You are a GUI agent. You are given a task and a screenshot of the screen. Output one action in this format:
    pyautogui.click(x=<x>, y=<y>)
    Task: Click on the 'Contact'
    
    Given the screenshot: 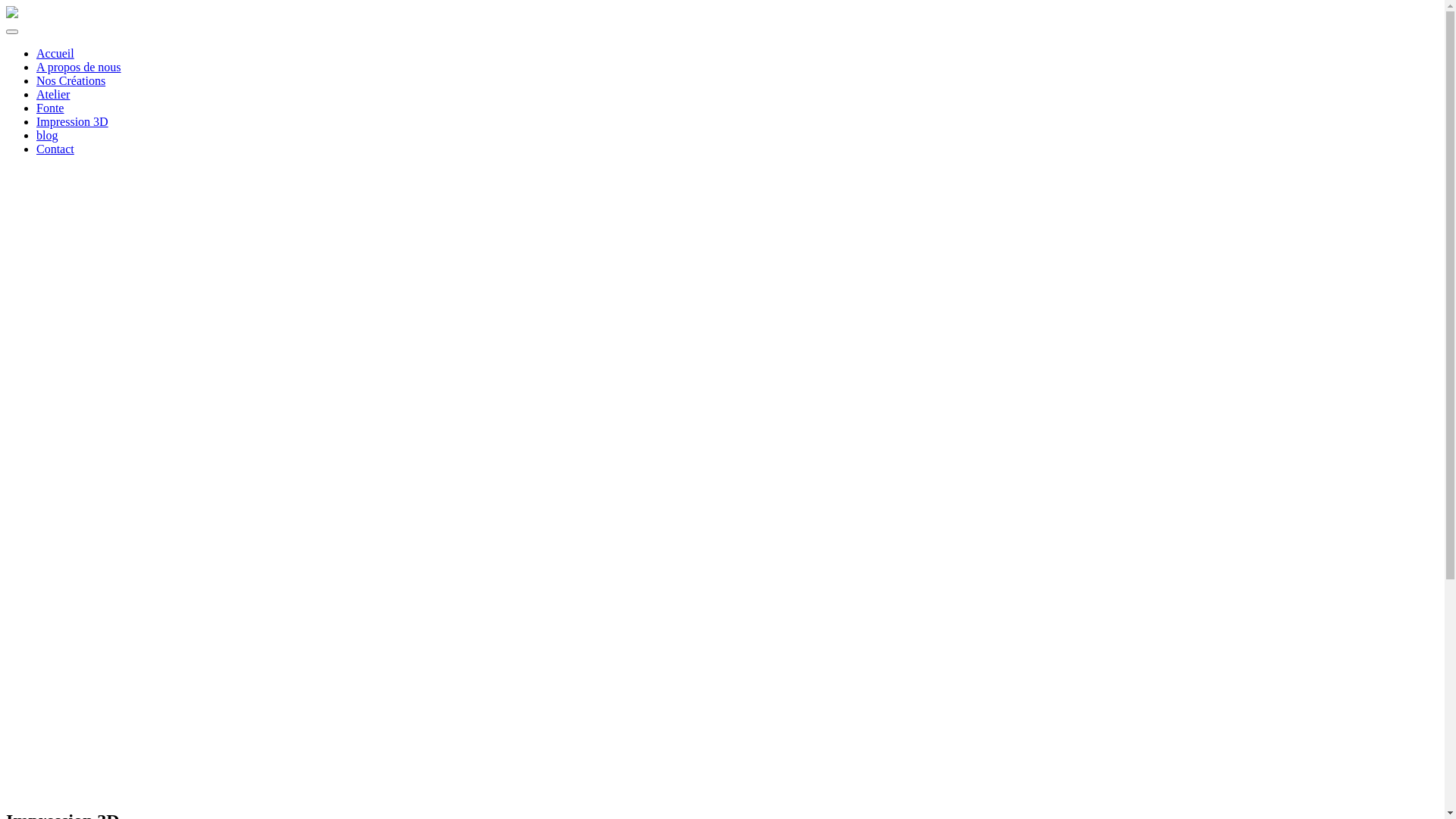 What is the action you would take?
    pyautogui.click(x=36, y=149)
    